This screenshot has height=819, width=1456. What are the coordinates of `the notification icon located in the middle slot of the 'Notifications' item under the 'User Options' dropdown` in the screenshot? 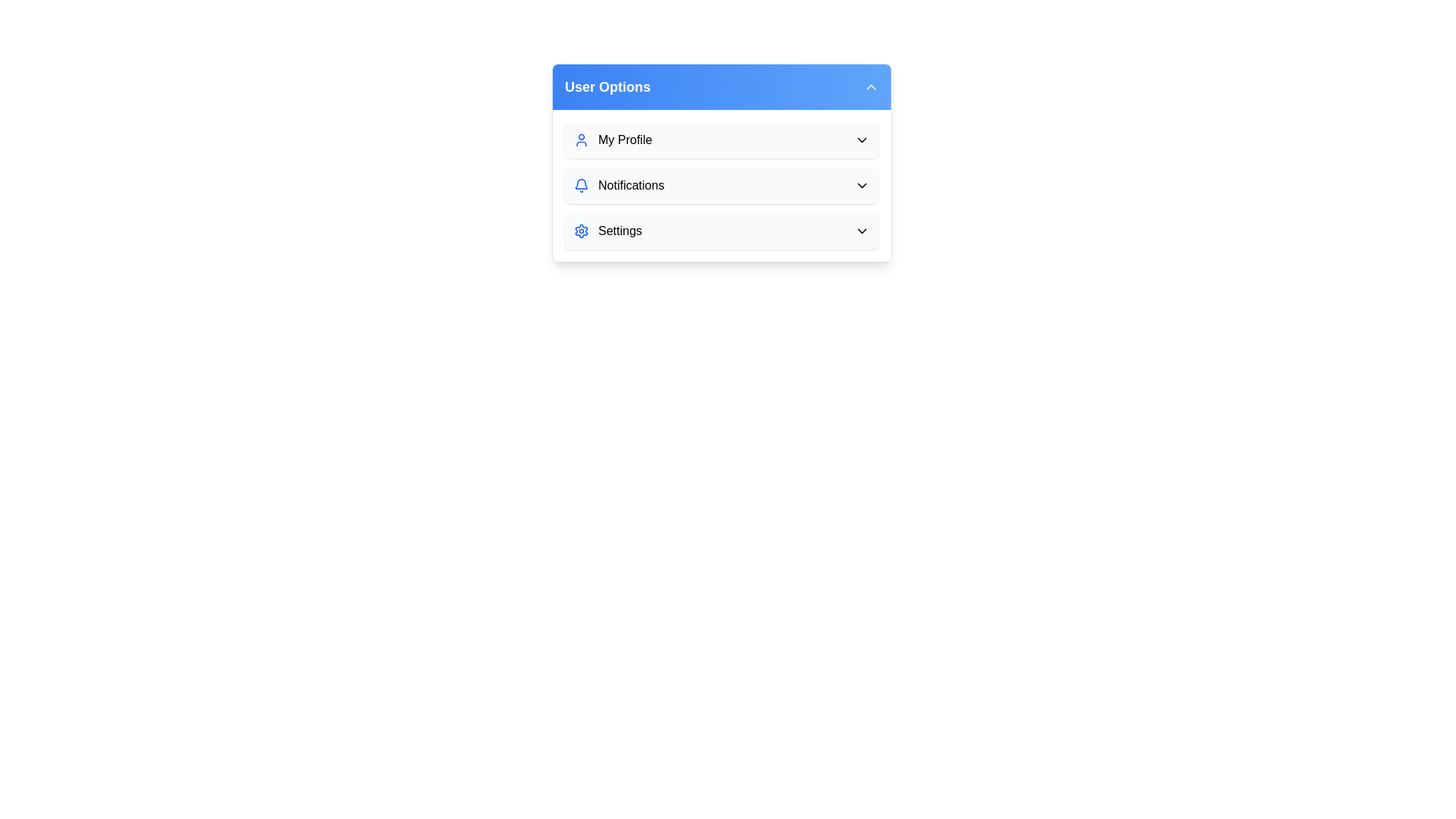 It's located at (581, 183).